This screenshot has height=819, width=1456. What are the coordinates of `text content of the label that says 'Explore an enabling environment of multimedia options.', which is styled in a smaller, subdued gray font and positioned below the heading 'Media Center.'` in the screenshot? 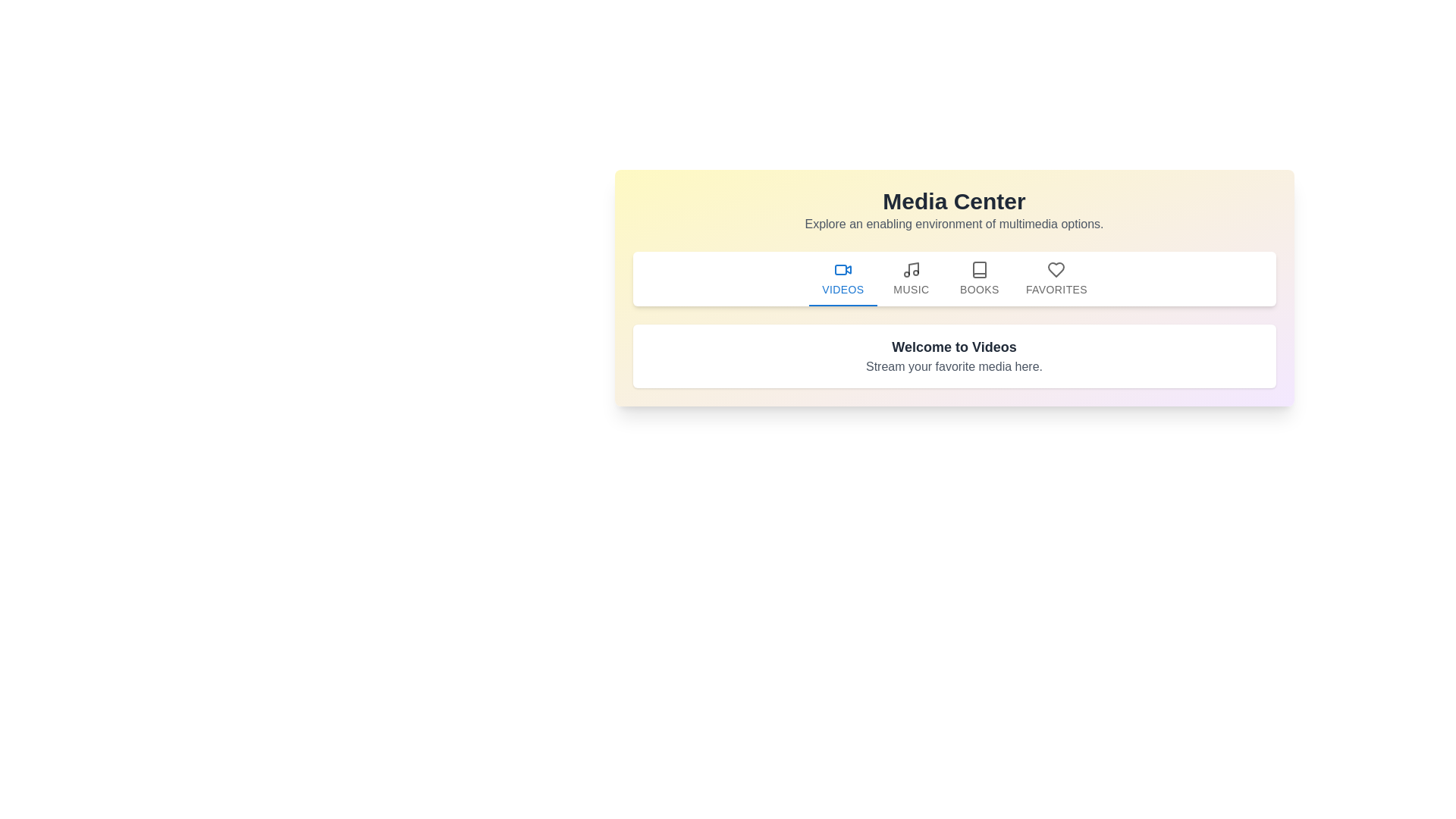 It's located at (953, 224).